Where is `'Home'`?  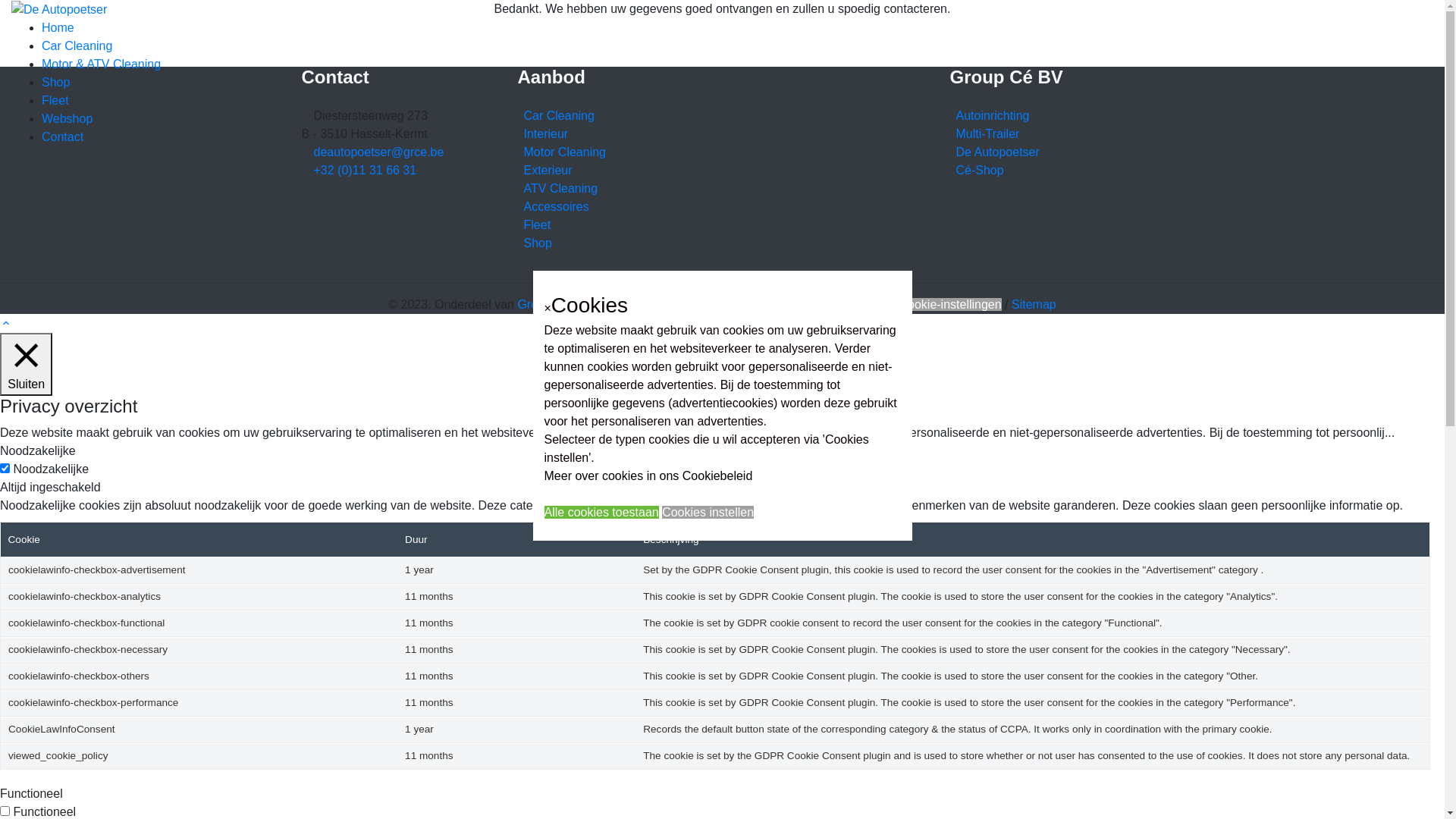 'Home' is located at coordinates (58, 27).